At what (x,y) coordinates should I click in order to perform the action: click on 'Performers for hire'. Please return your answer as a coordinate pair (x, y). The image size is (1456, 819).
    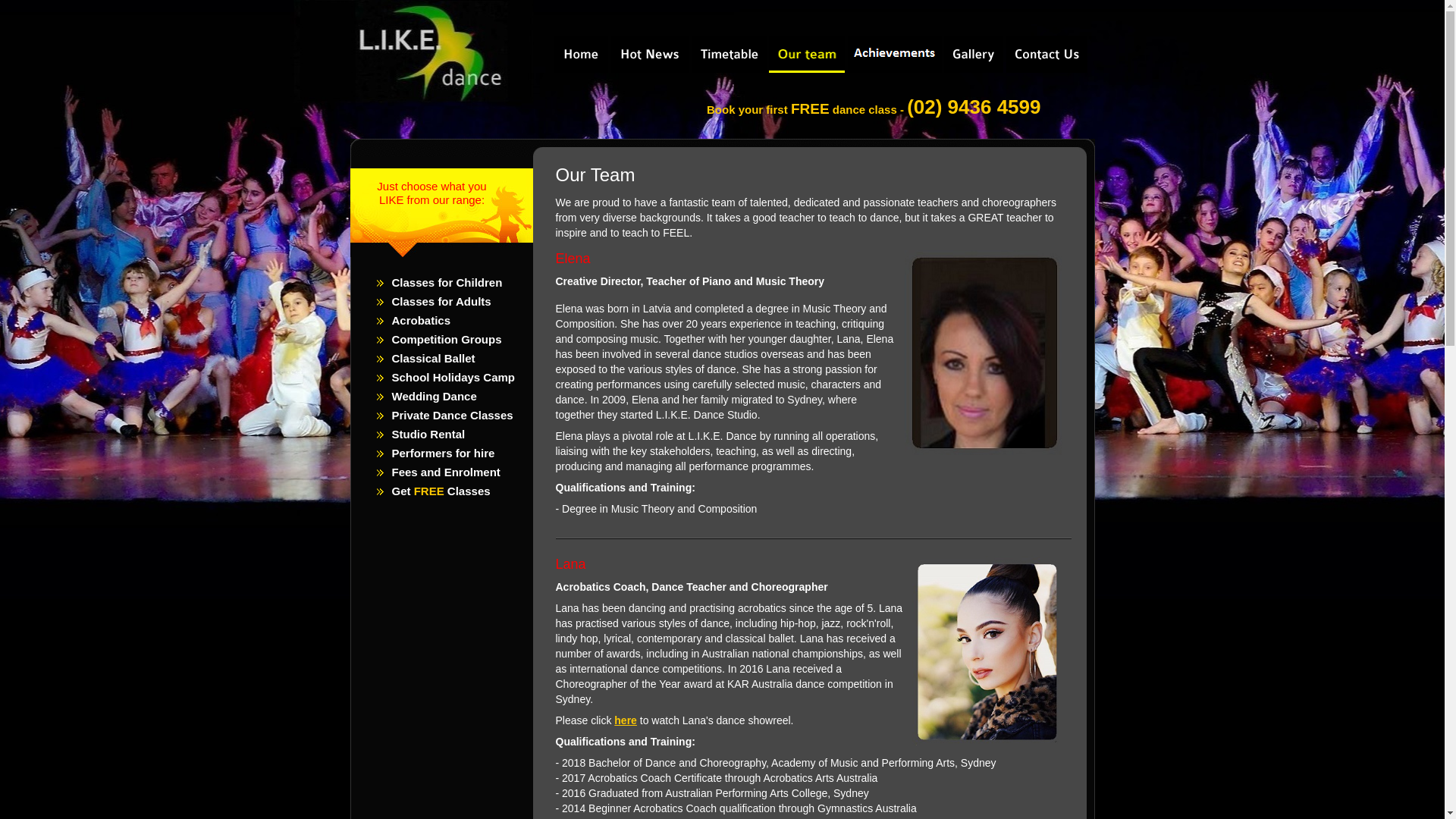
    Looking at the image, I should click on (442, 452).